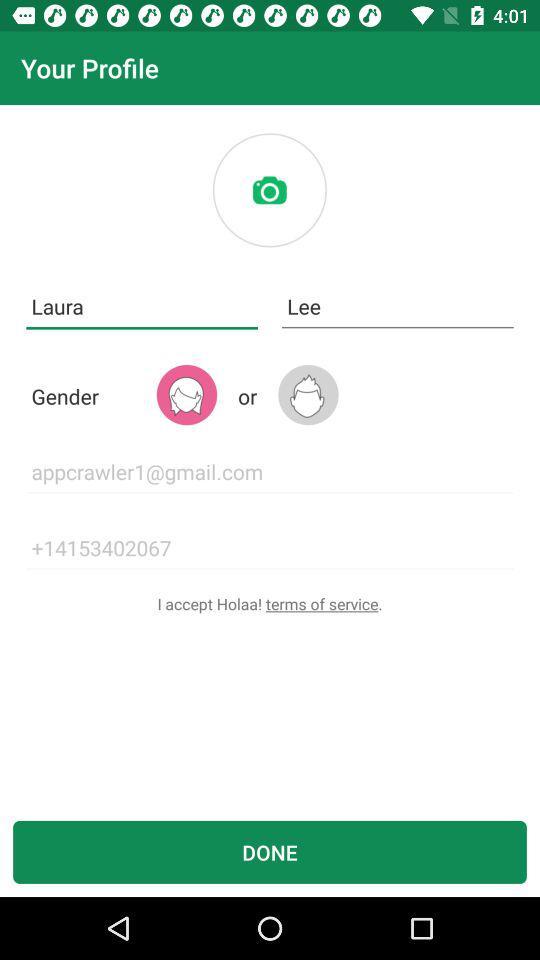 The height and width of the screenshot is (960, 540). Describe the element at coordinates (269, 190) in the screenshot. I see `insert photo here` at that location.